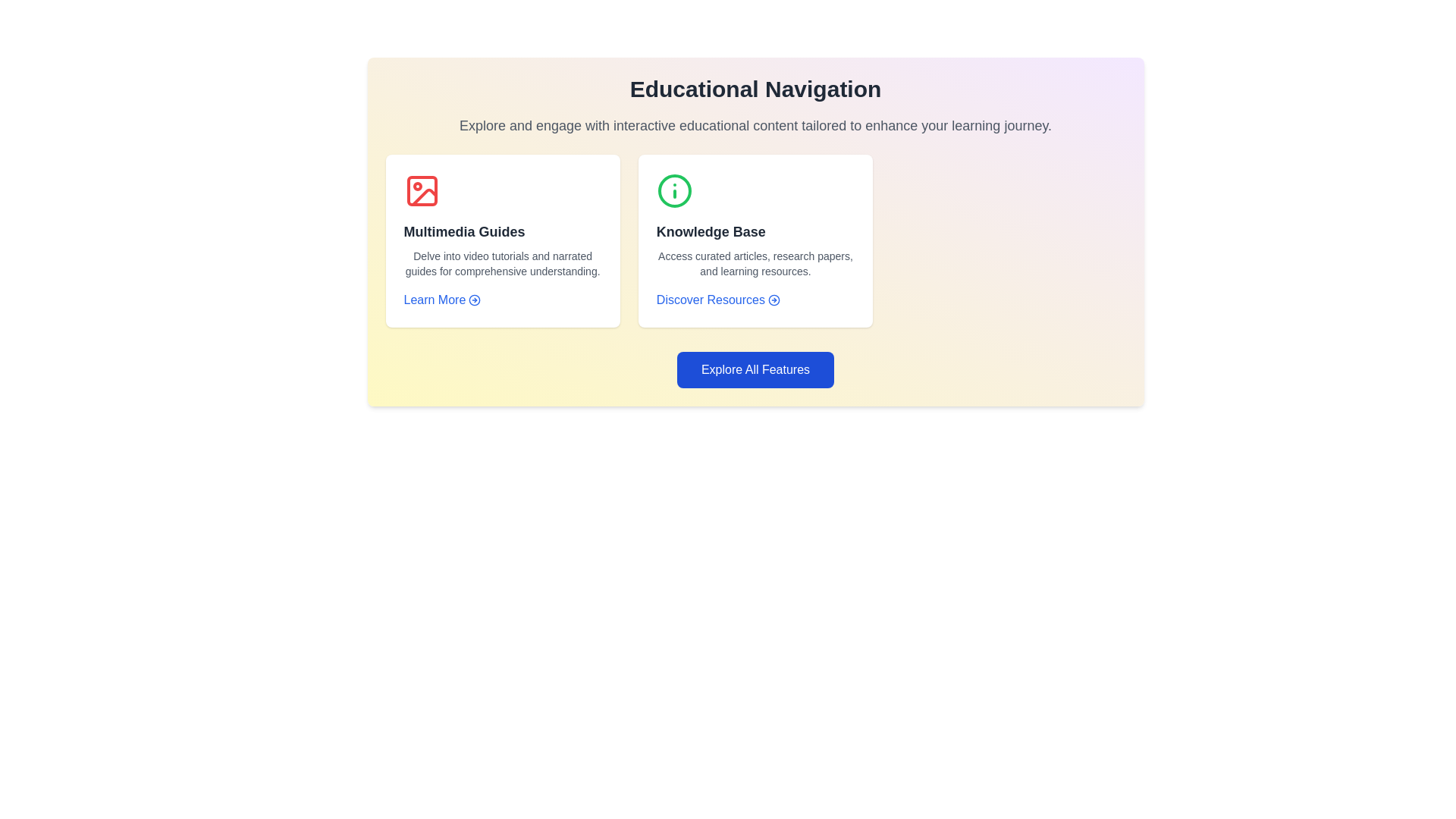  I want to click on the descriptive text located in the white card structure below the 'Knowledge Base' heading and above the 'Discover Resources' link, so click(755, 262).